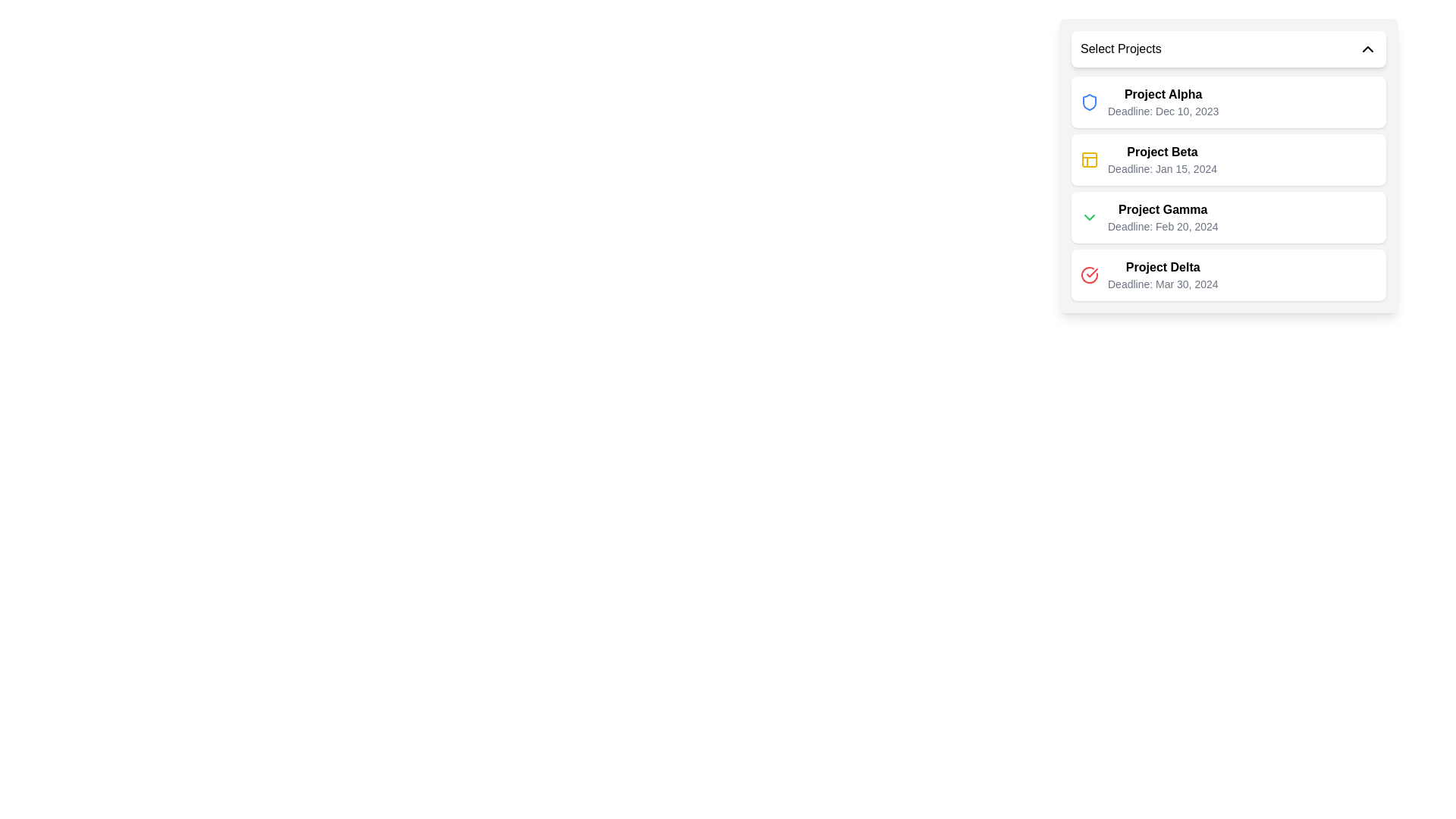 This screenshot has height=819, width=1456. I want to click on the text label 'Project Beta' in the dropdown panel, which is the second entry in the list and is located above the deadline text, so click(1161, 152).